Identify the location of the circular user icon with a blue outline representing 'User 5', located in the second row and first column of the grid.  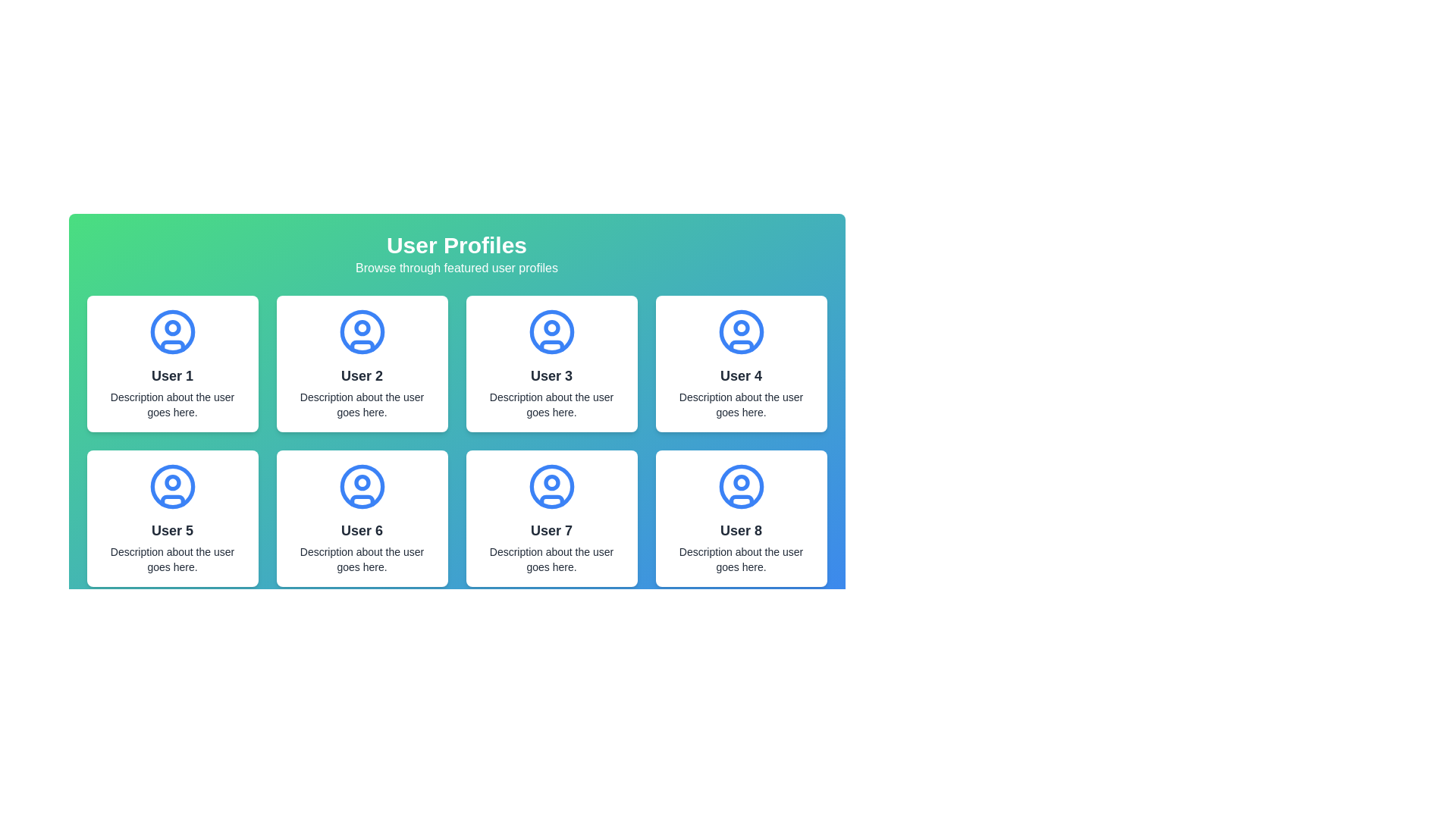
(172, 486).